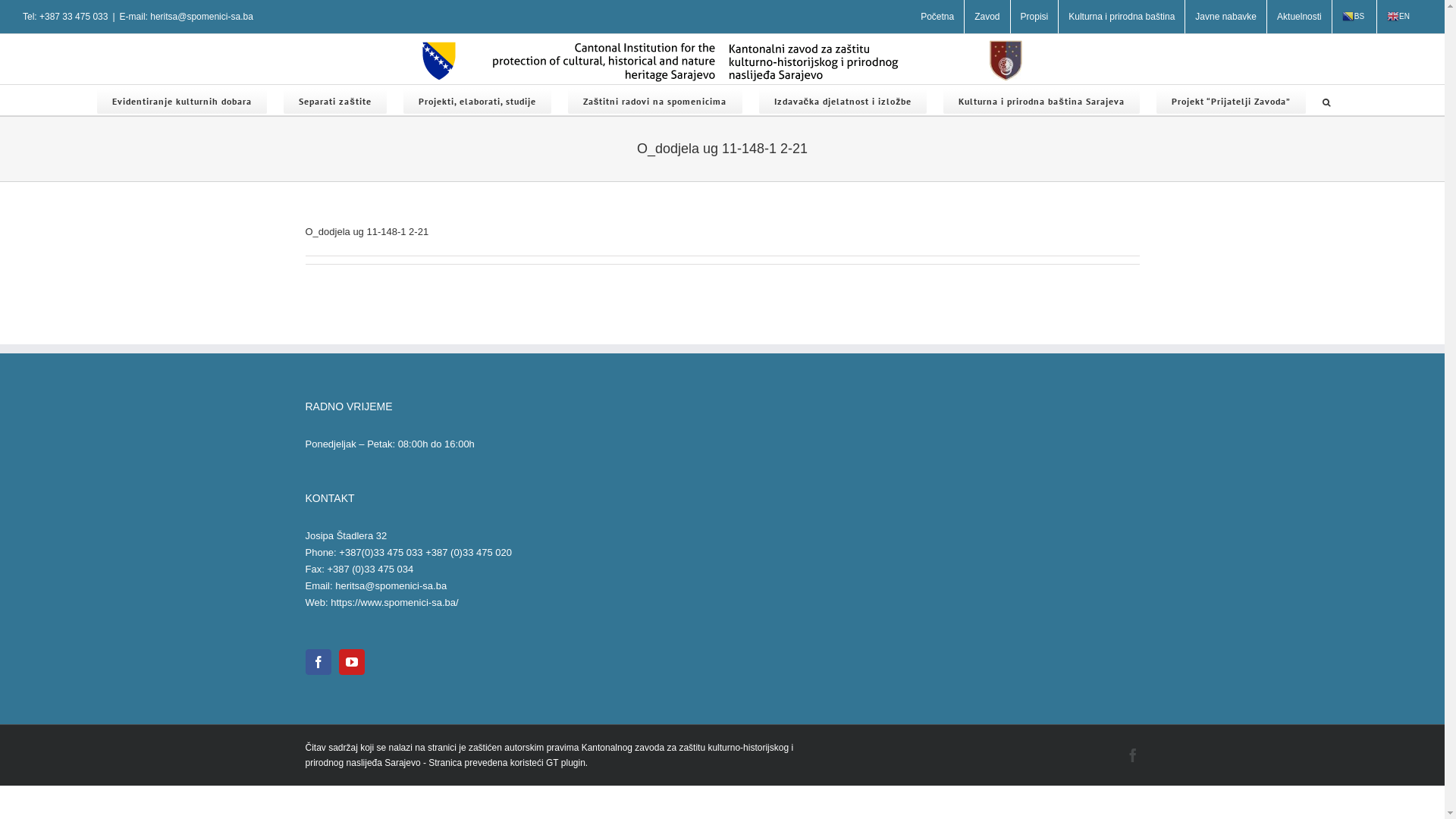 This screenshot has height=819, width=1456. Describe the element at coordinates (119, 17) in the screenshot. I see `'E-mail: heritsa@spomenici-sa.ba'` at that location.